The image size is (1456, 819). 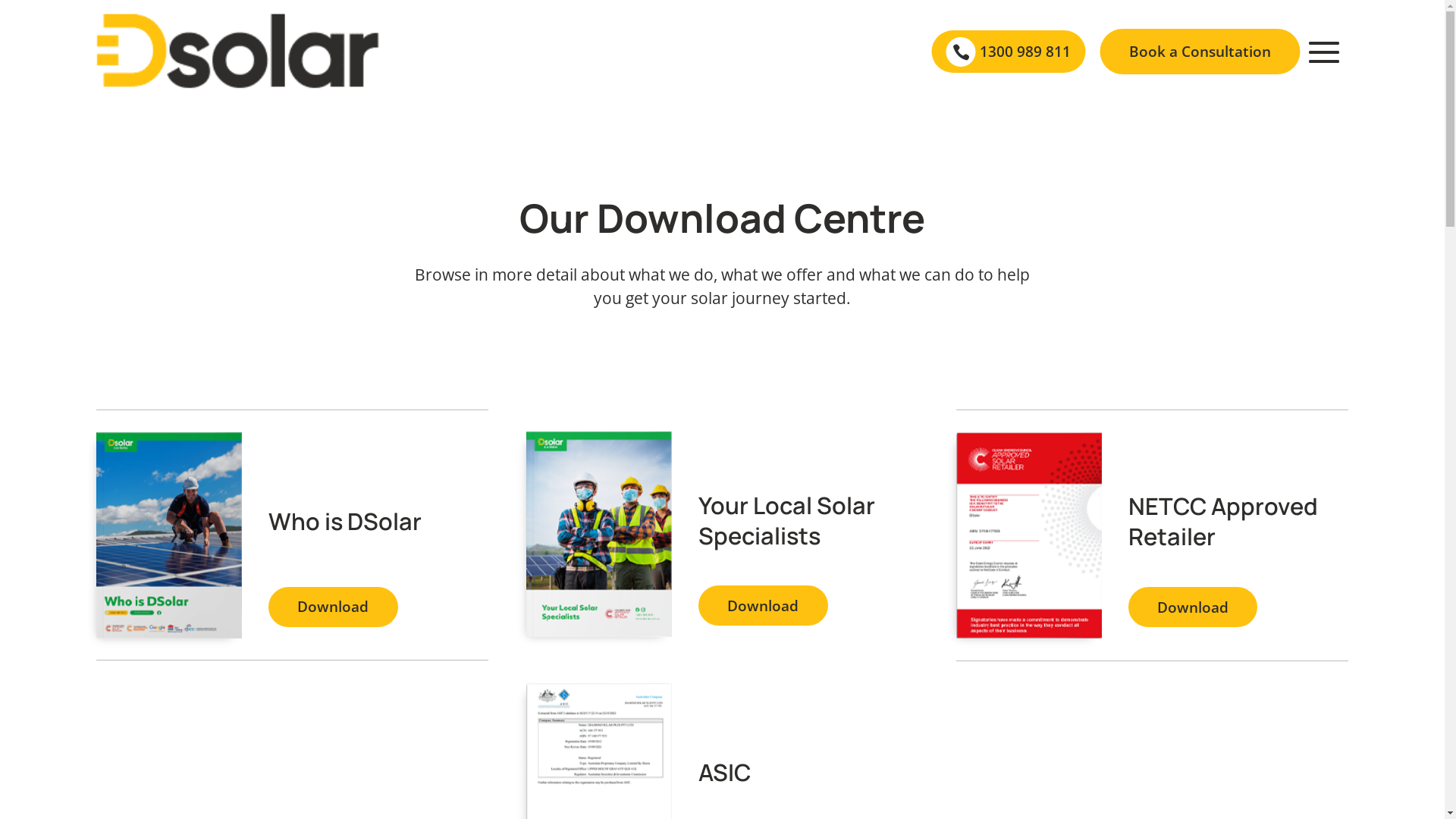 What do you see at coordinates (786, 519) in the screenshot?
I see `'Your Local Solar Specialists'` at bounding box center [786, 519].